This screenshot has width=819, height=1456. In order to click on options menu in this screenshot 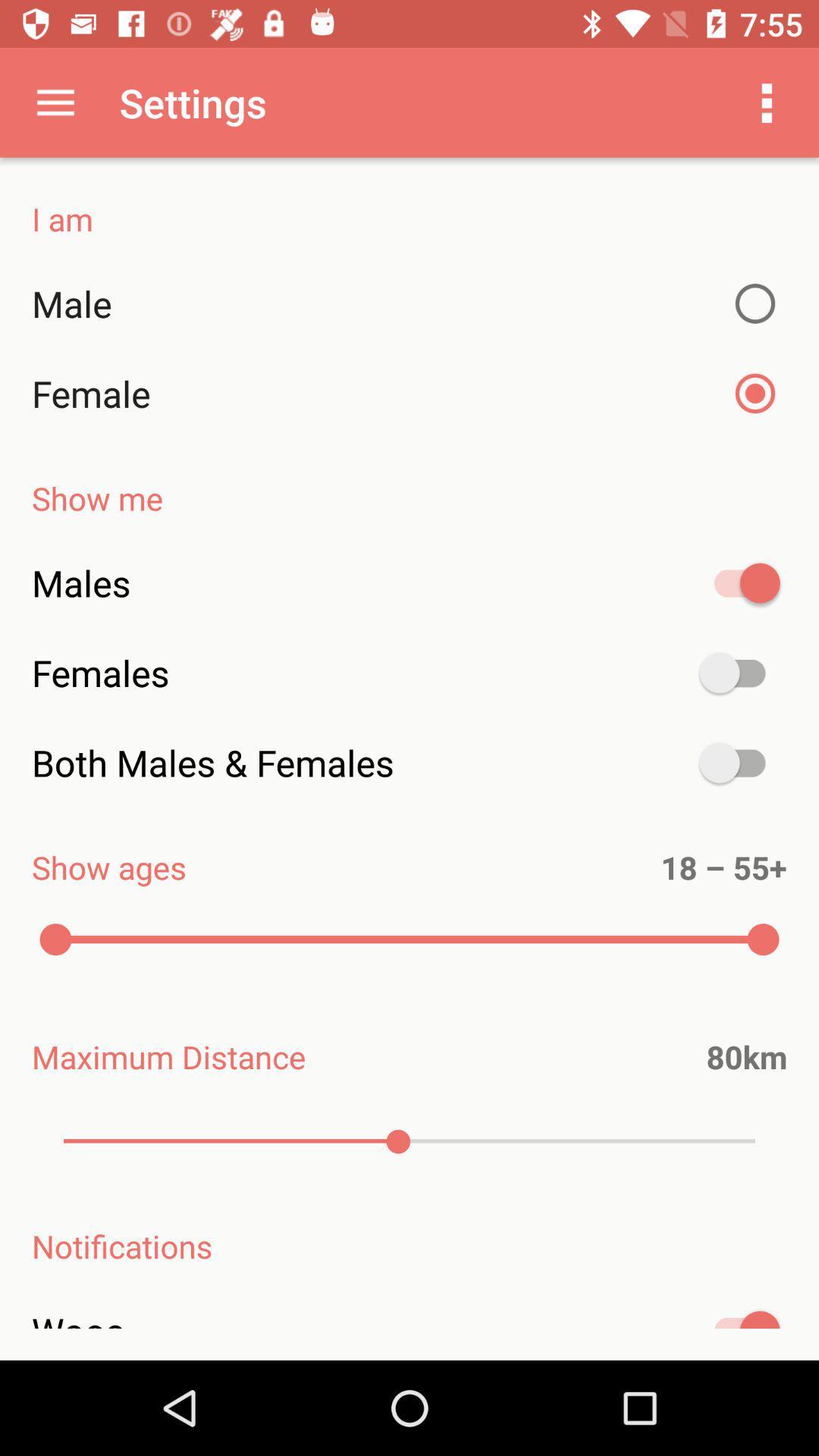, I will do `click(767, 102)`.